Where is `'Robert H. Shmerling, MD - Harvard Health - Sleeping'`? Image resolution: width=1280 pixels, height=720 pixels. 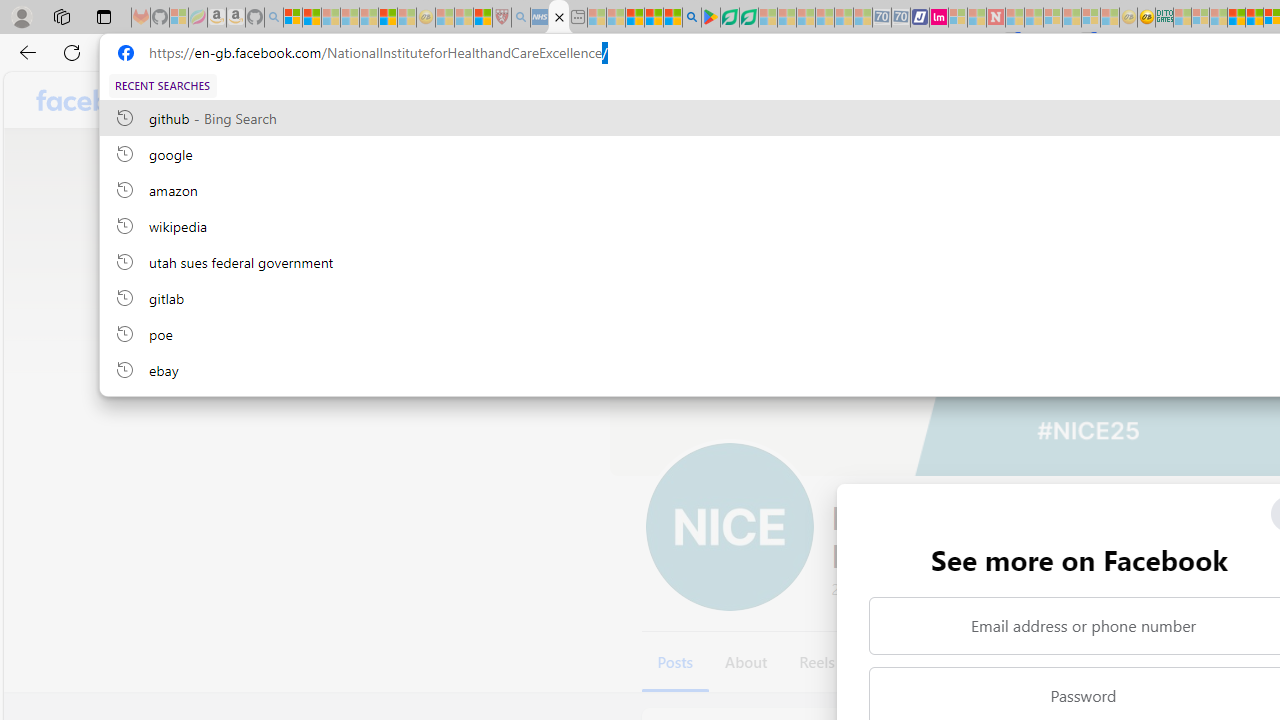 'Robert H. Shmerling, MD - Harvard Health - Sleeping' is located at coordinates (501, 17).